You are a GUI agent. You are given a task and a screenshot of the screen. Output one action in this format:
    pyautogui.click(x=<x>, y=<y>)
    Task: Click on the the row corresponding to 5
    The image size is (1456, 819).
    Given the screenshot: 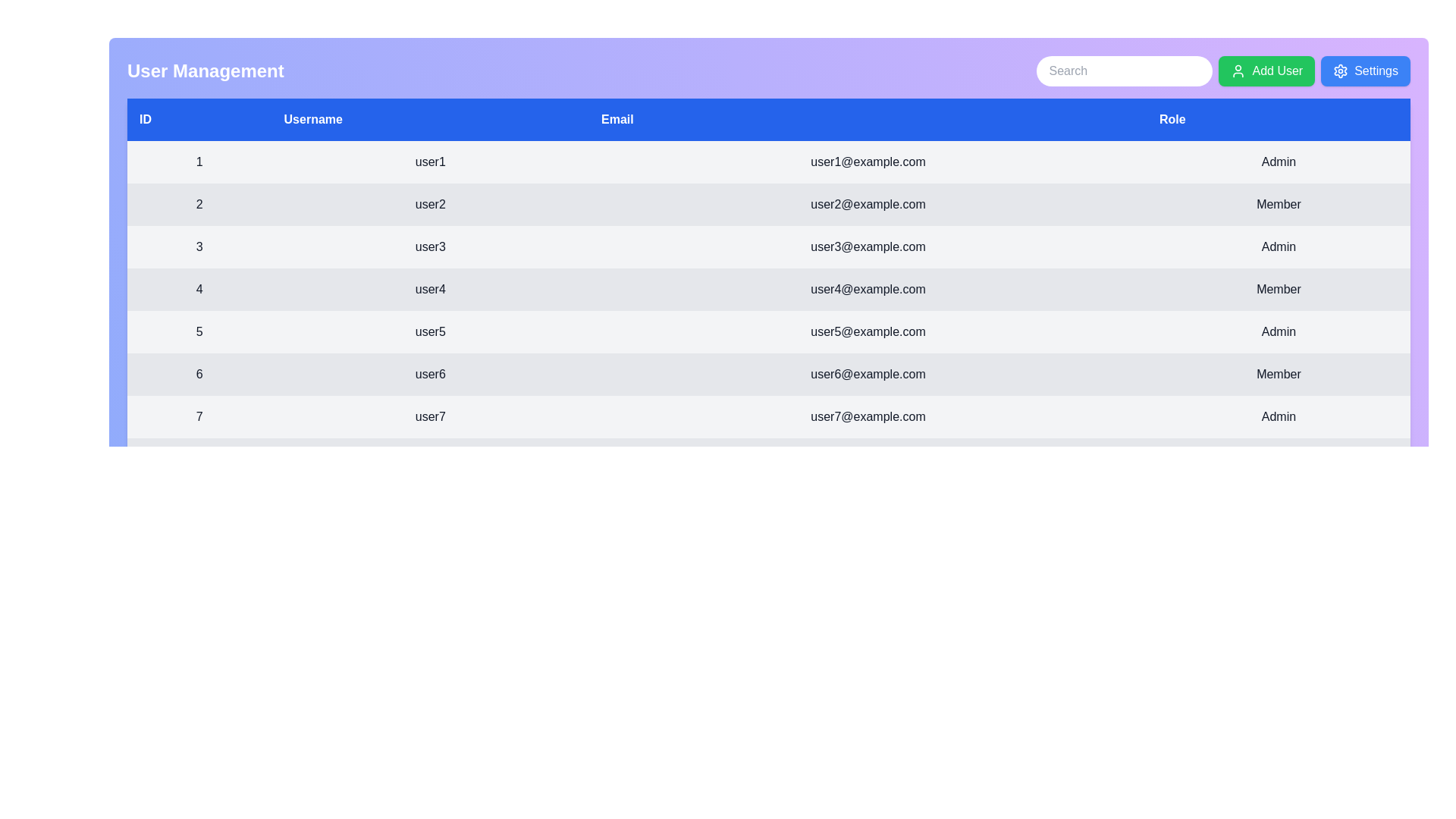 What is the action you would take?
    pyautogui.click(x=768, y=331)
    